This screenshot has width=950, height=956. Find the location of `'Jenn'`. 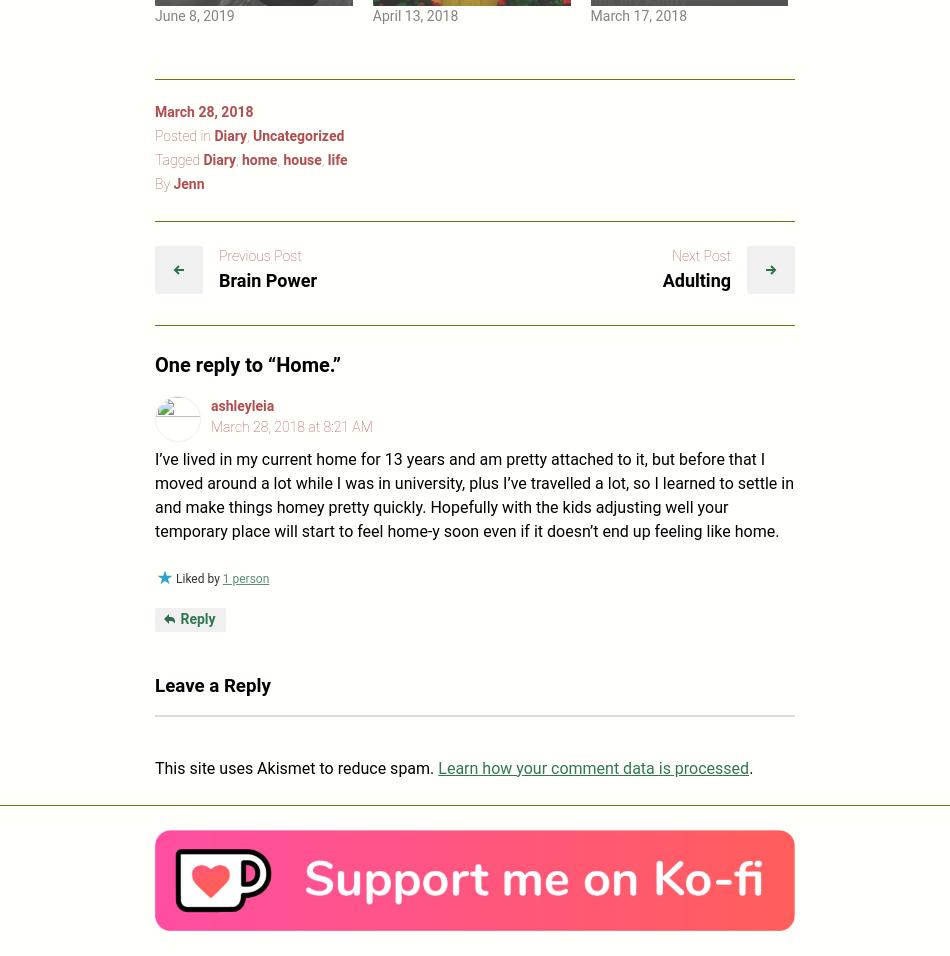

'Jenn' is located at coordinates (188, 182).